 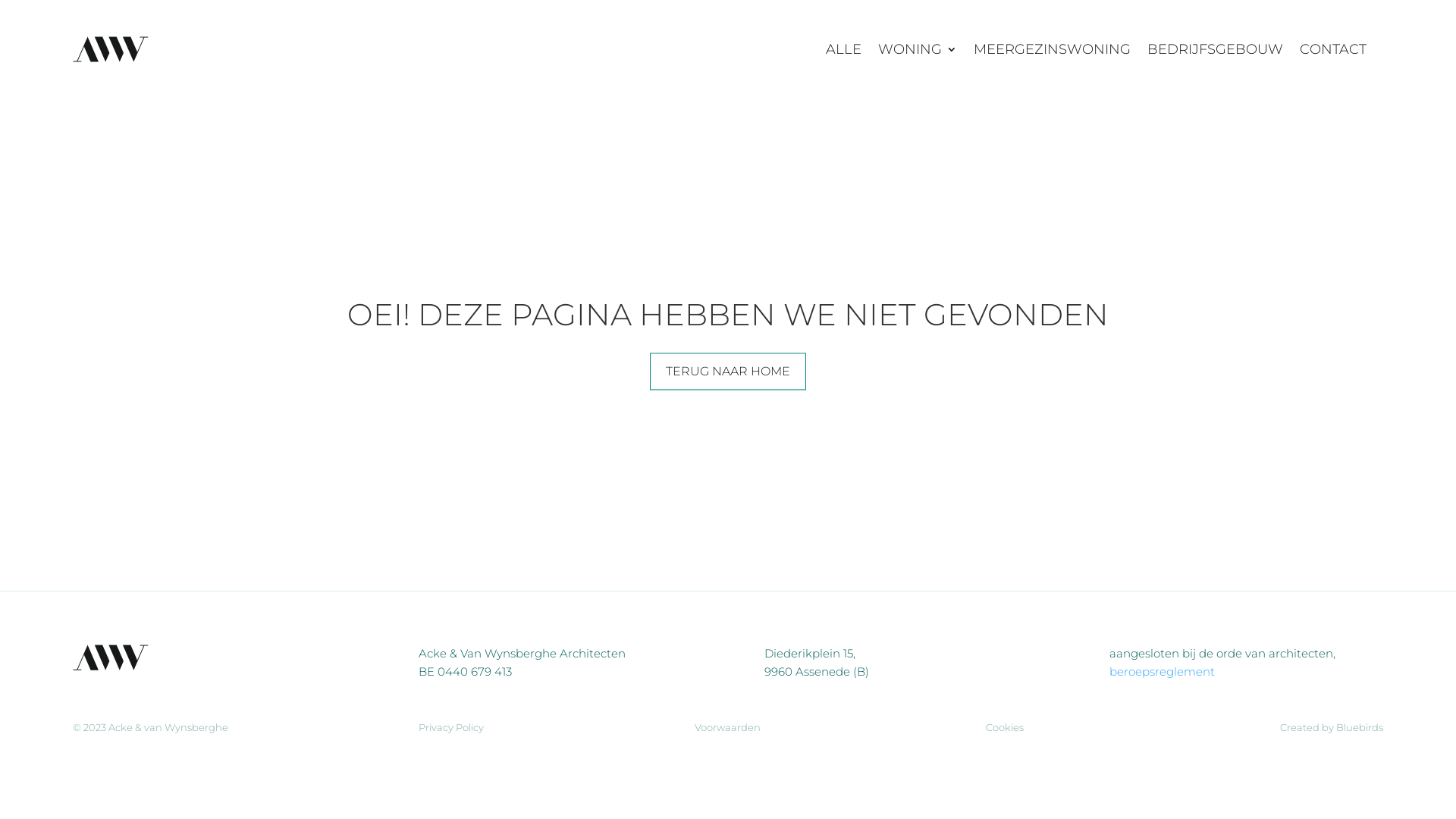 What do you see at coordinates (1109, 670) in the screenshot?
I see `'beroepsreglement'` at bounding box center [1109, 670].